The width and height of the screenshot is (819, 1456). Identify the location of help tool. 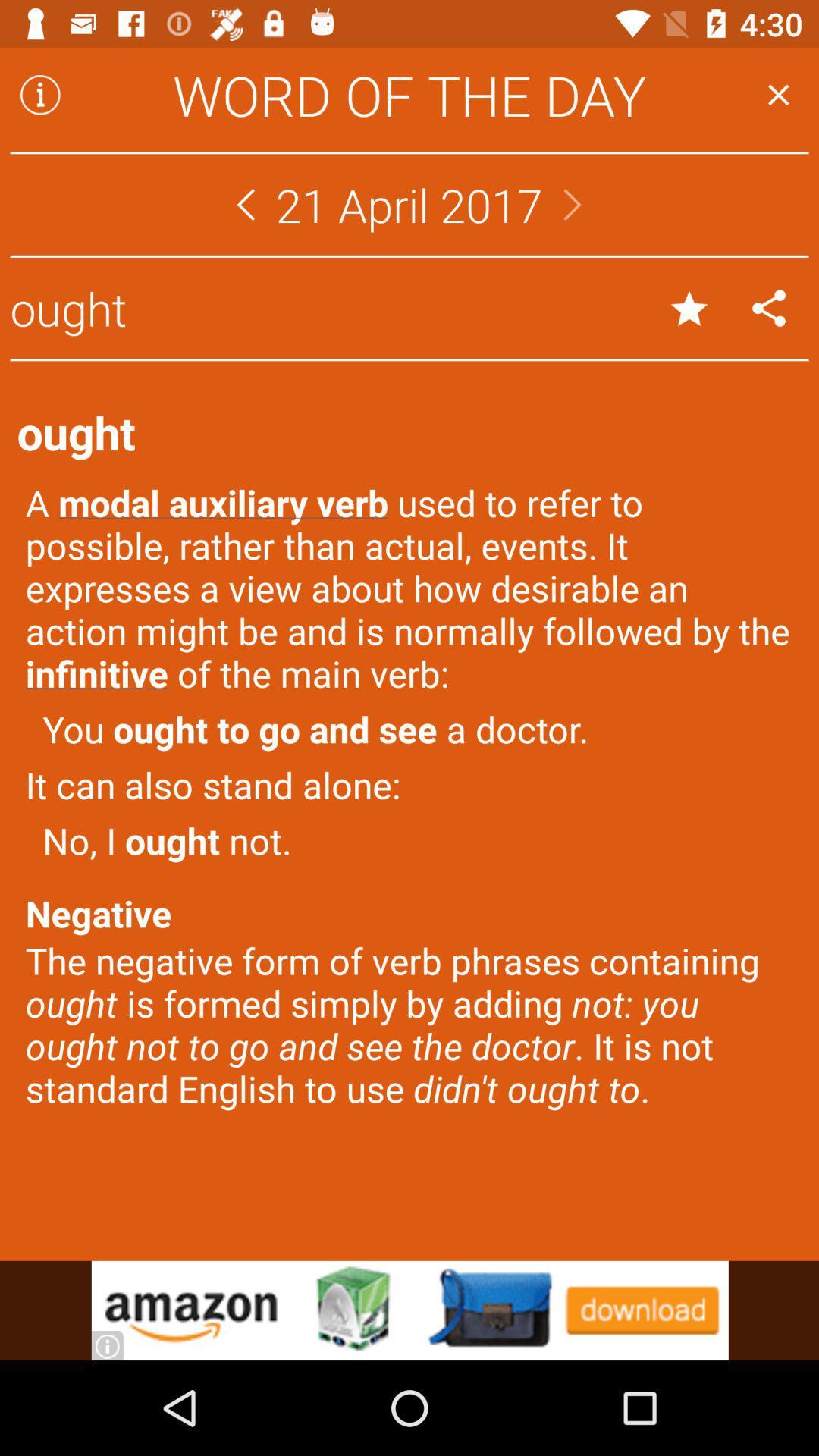
(39, 94).